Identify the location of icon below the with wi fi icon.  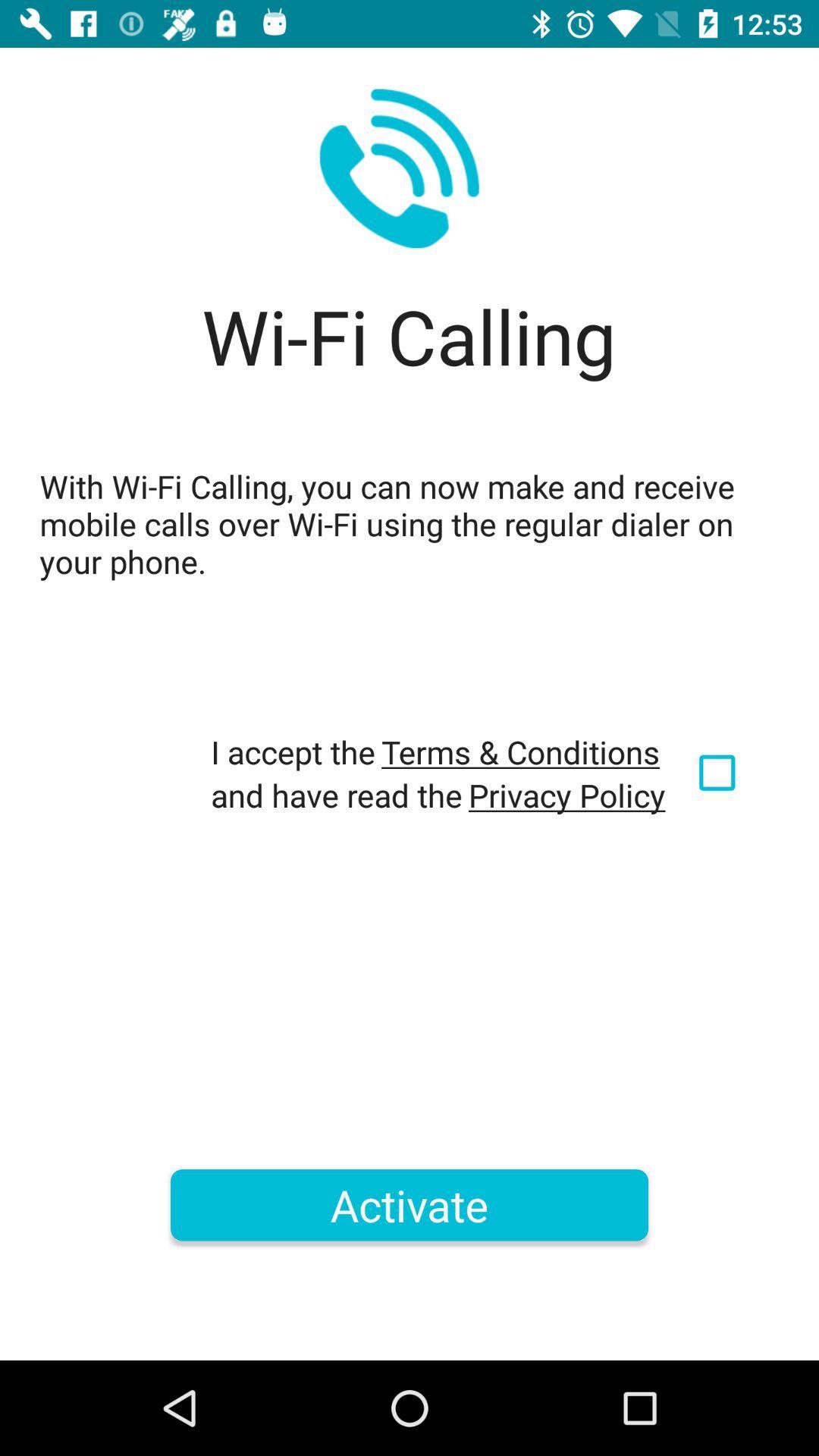
(519, 752).